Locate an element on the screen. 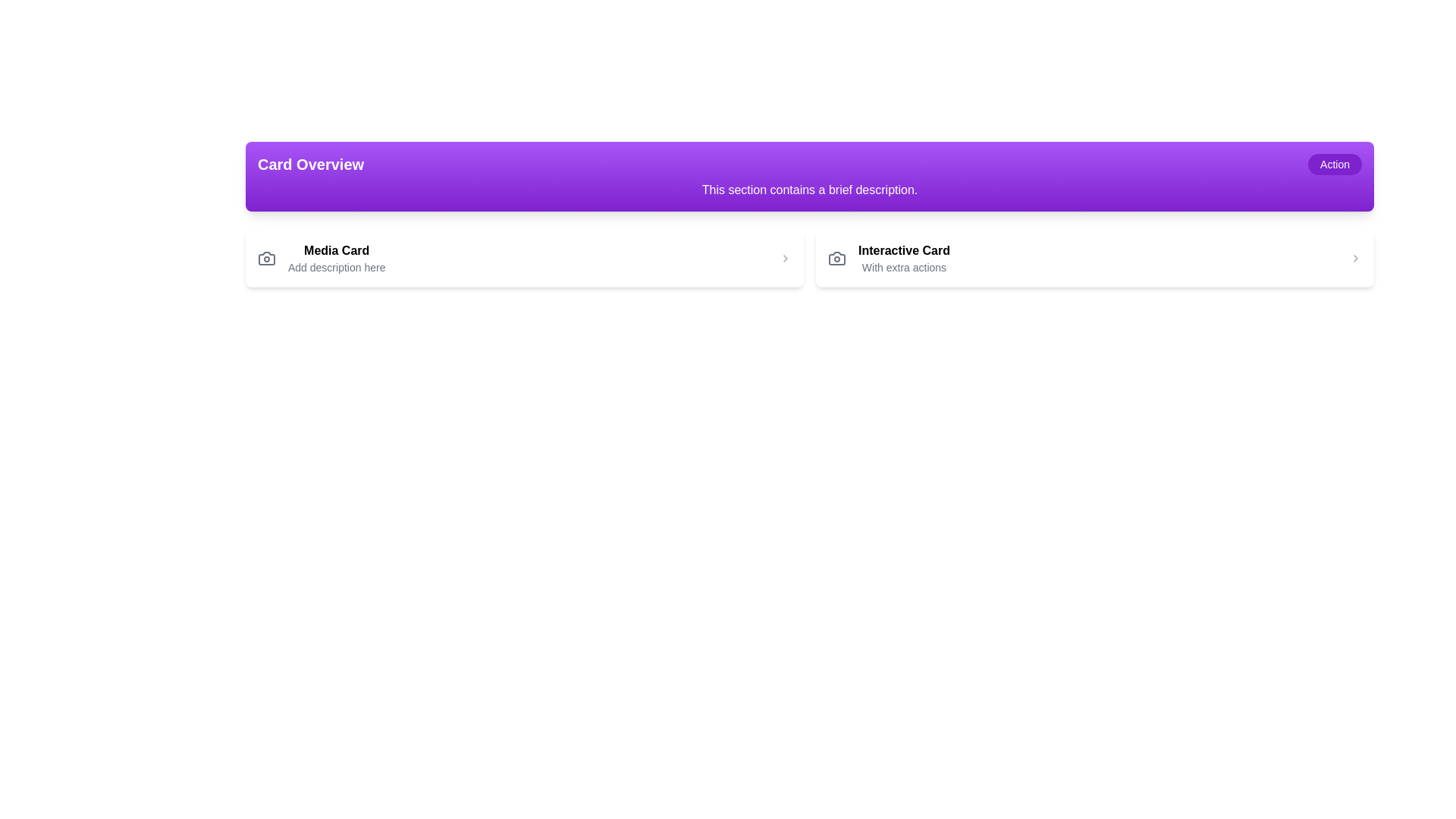  the static text display prompting for a description in the 'Media Card' section, located below the title 'Media Card' is located at coordinates (336, 267).